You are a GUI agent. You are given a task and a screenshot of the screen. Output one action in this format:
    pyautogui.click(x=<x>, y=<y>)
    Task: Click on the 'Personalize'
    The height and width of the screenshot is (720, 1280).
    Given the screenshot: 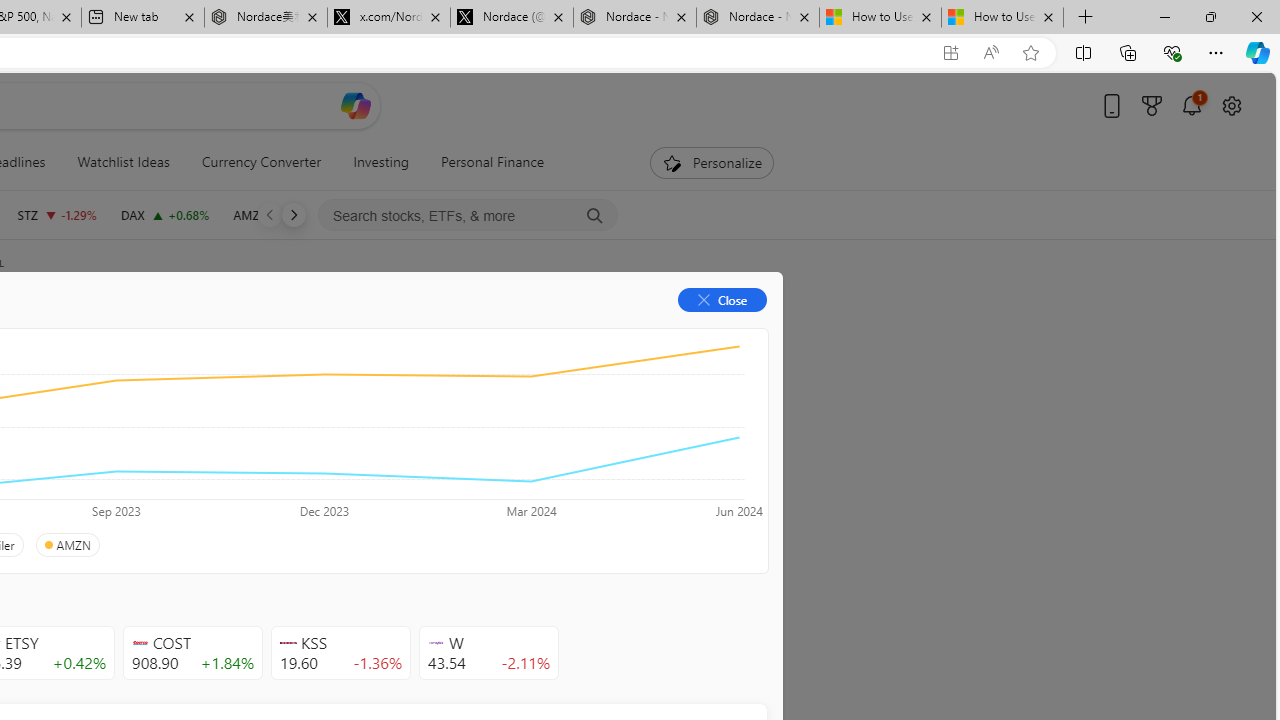 What is the action you would take?
    pyautogui.click(x=711, y=162)
    